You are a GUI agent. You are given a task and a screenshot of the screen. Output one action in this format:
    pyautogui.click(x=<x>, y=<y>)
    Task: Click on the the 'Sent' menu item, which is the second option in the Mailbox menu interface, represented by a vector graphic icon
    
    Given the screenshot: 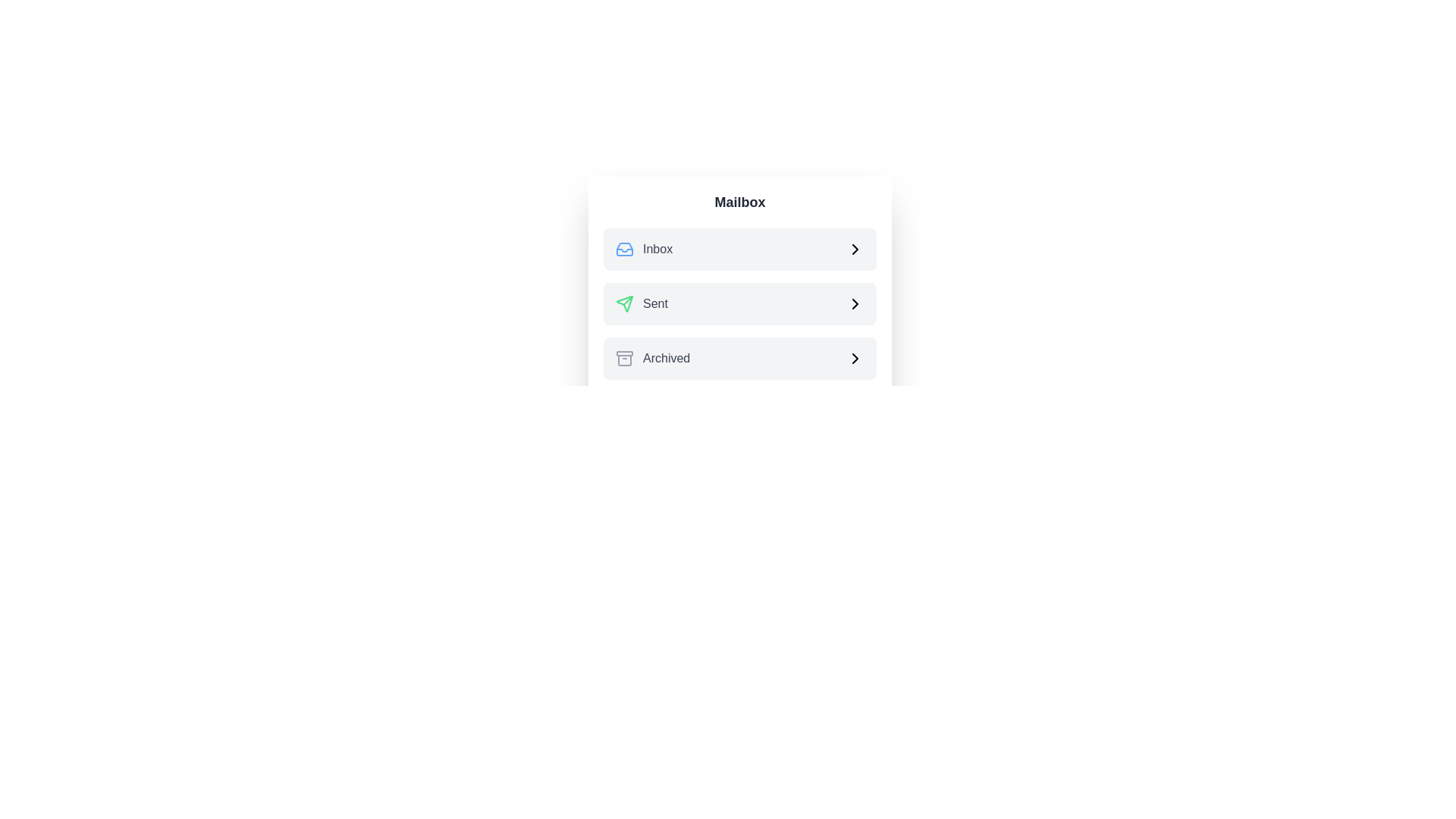 What is the action you would take?
    pyautogui.click(x=628, y=300)
    